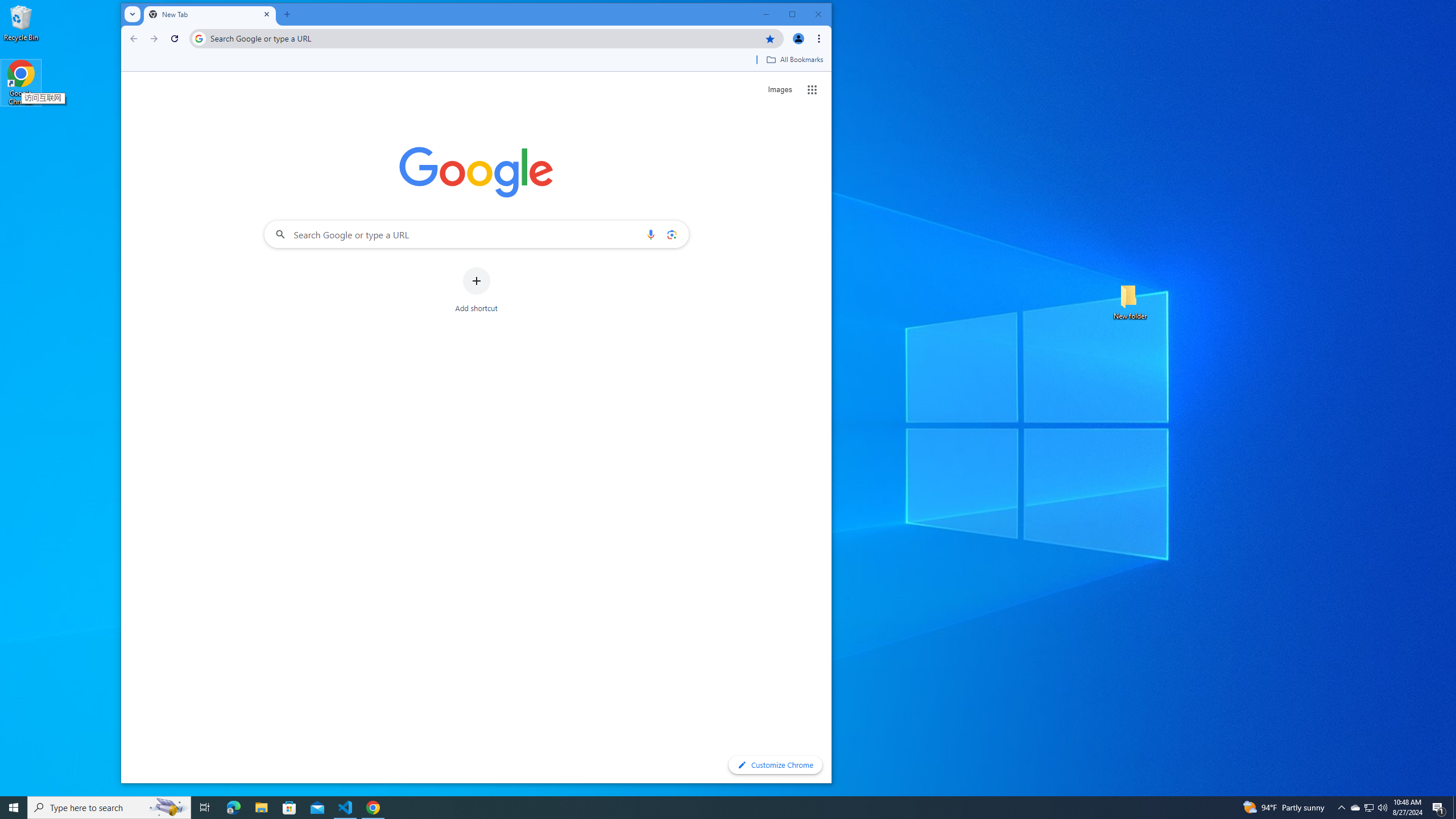  What do you see at coordinates (20, 22) in the screenshot?
I see `'Recycle Bin'` at bounding box center [20, 22].